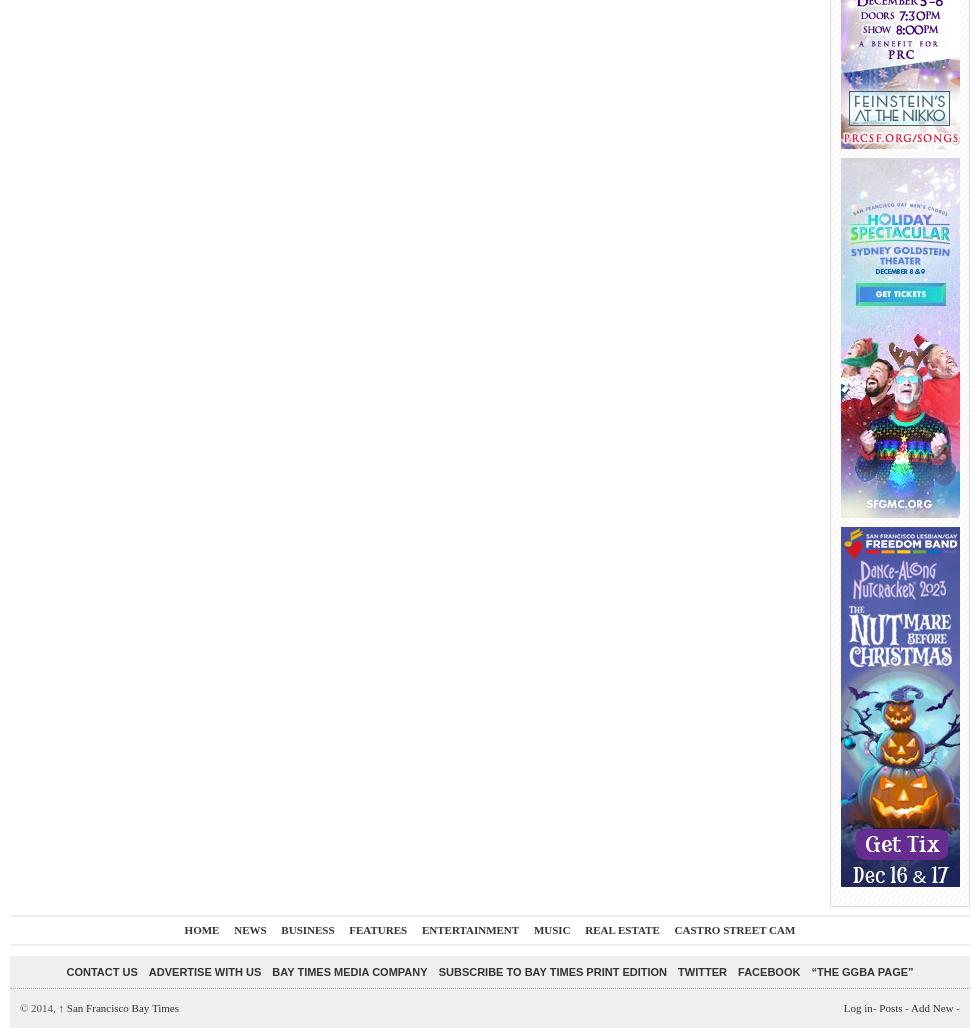  Describe the element at coordinates (101, 970) in the screenshot. I see `'Contact Us'` at that location.